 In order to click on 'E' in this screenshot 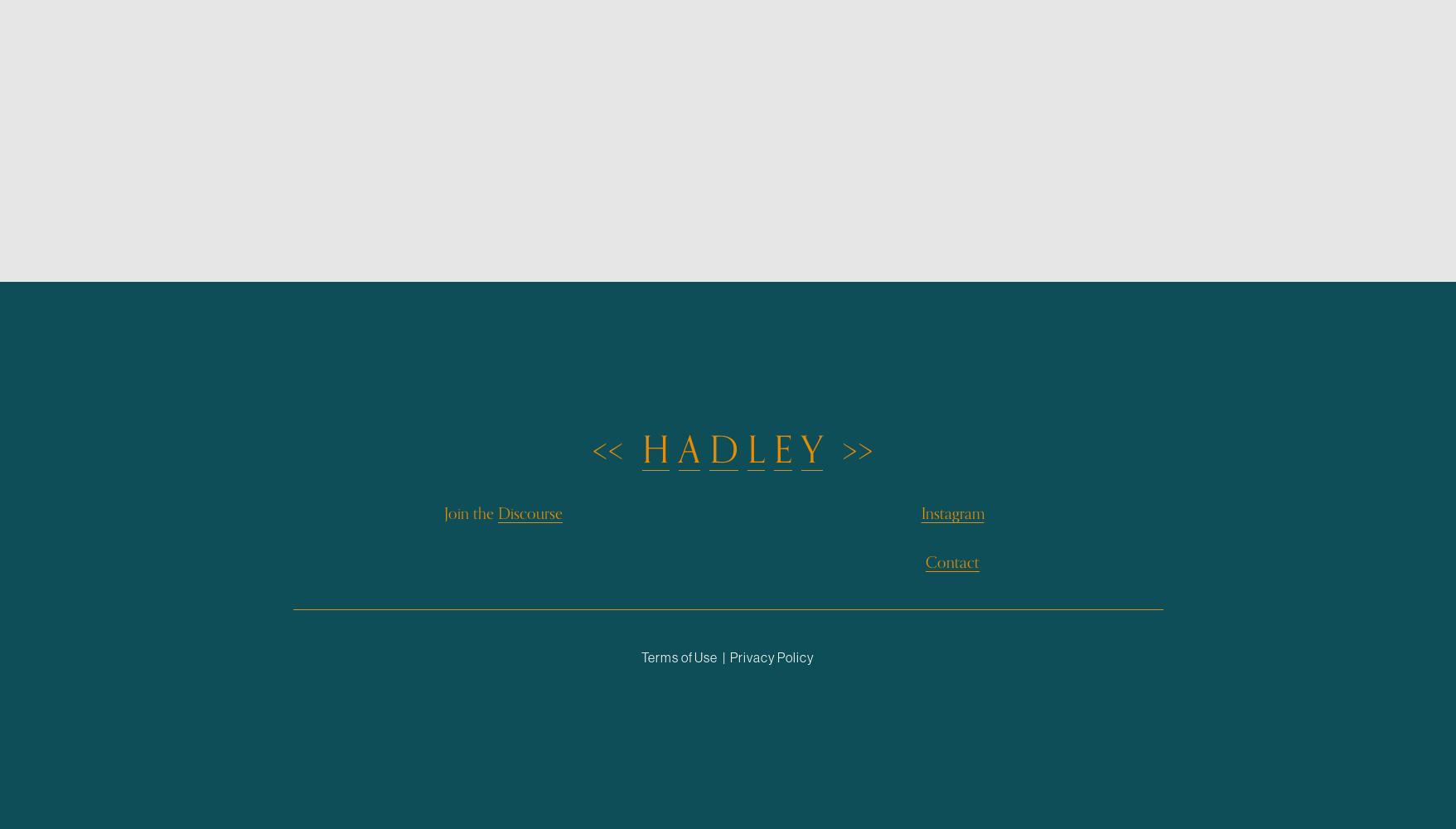, I will do `click(781, 450)`.